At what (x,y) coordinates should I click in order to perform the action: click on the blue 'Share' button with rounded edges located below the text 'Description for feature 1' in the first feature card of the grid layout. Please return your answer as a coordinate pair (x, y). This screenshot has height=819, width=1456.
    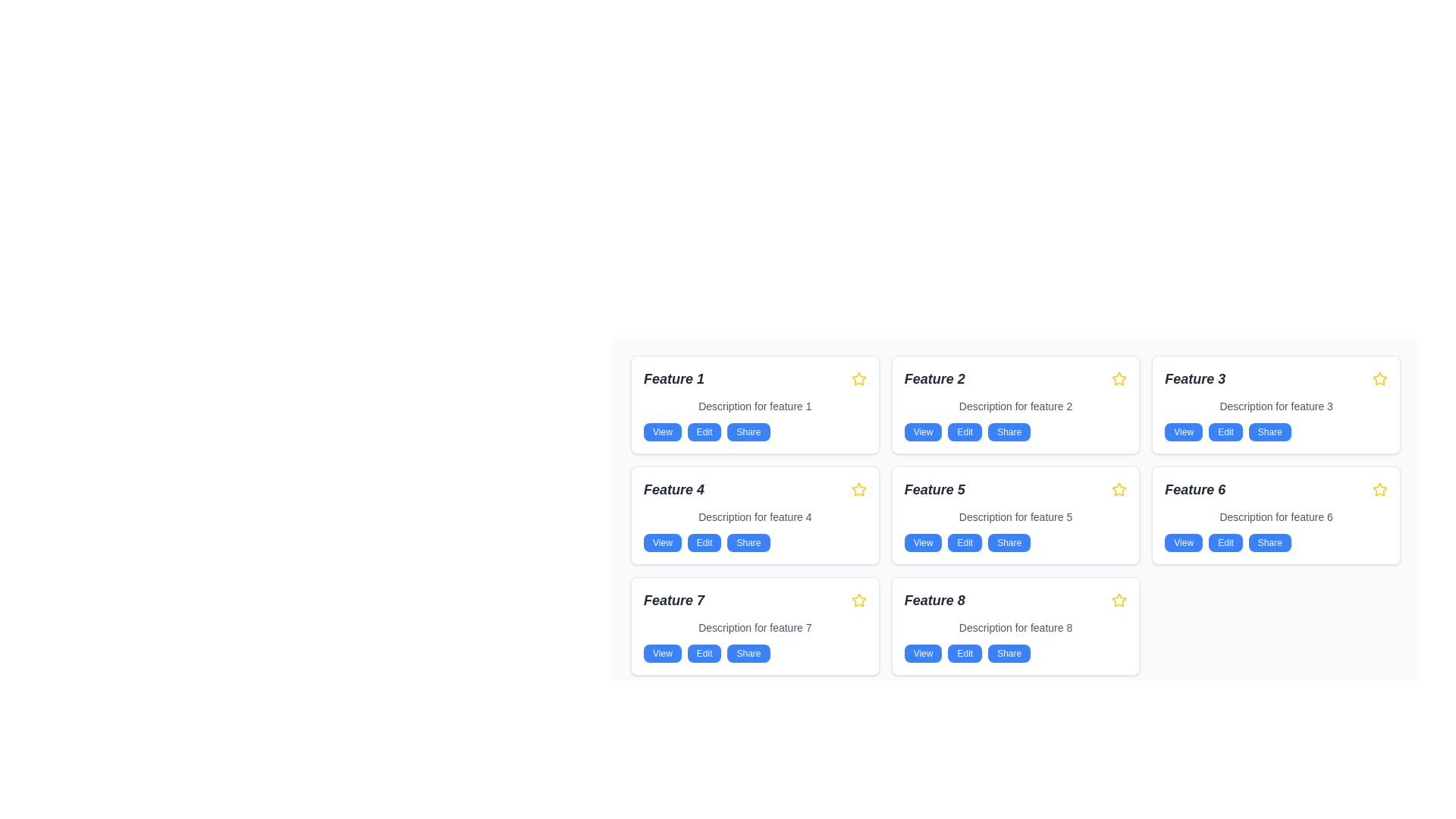
    Looking at the image, I should click on (755, 432).